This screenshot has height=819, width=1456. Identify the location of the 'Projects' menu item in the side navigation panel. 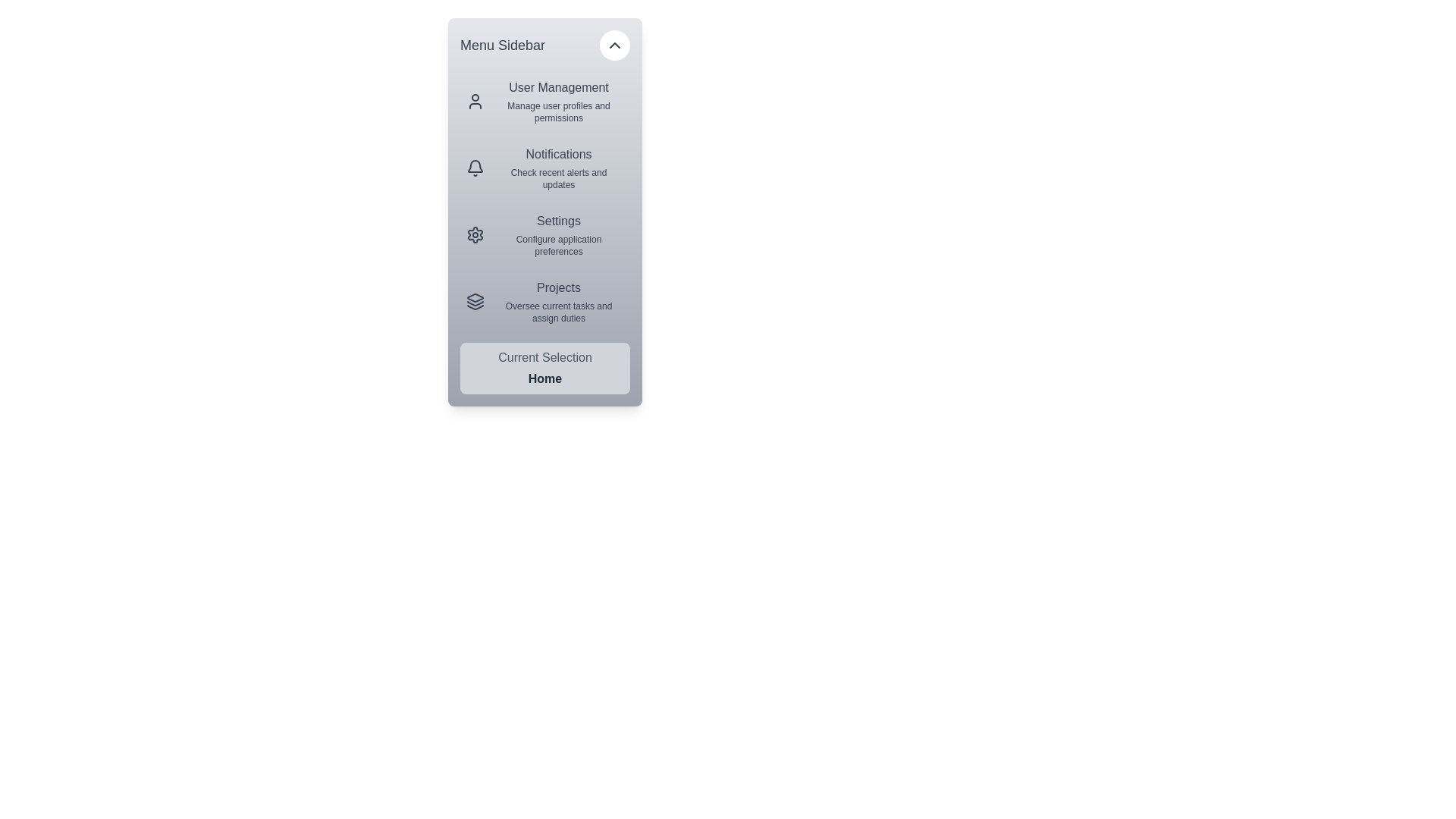
(545, 301).